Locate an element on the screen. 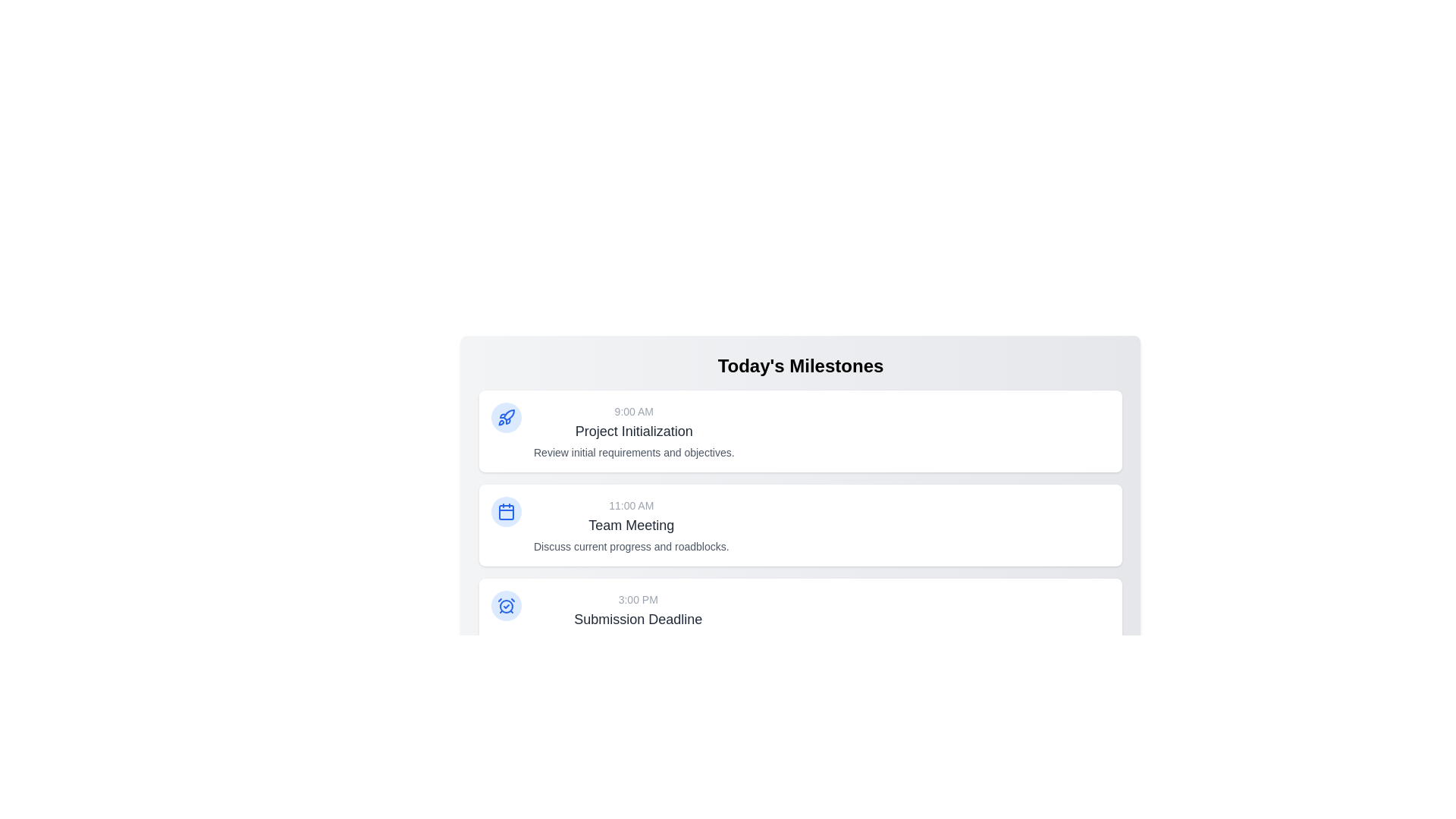 This screenshot has width=1456, height=819. the static text label displaying the time '11:00 AM' associated with the 'Team Meeting' event is located at coordinates (631, 506).